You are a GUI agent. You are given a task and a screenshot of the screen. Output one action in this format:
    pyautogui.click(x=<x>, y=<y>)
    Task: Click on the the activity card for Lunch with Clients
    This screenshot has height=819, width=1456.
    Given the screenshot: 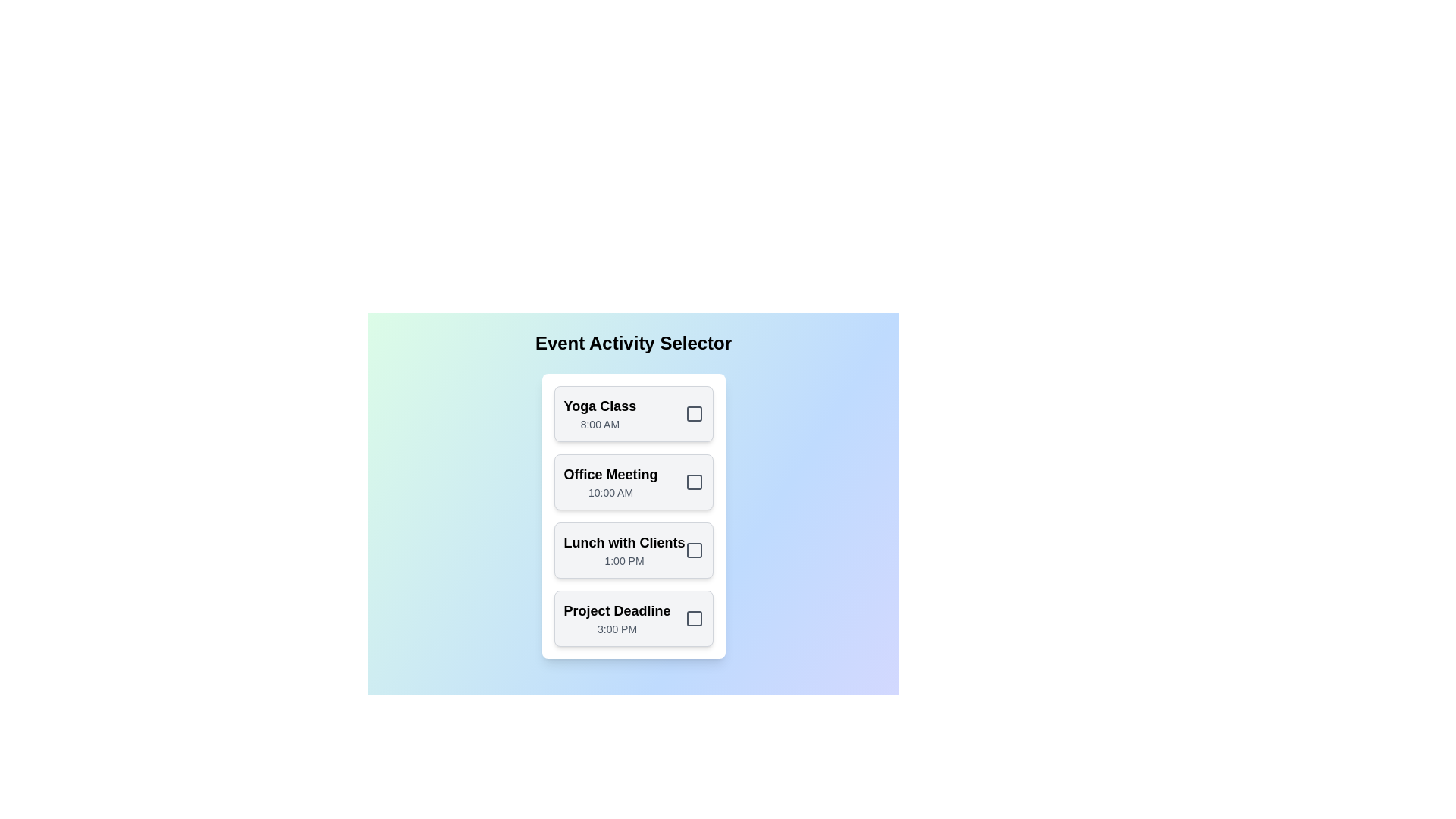 What is the action you would take?
    pyautogui.click(x=633, y=550)
    